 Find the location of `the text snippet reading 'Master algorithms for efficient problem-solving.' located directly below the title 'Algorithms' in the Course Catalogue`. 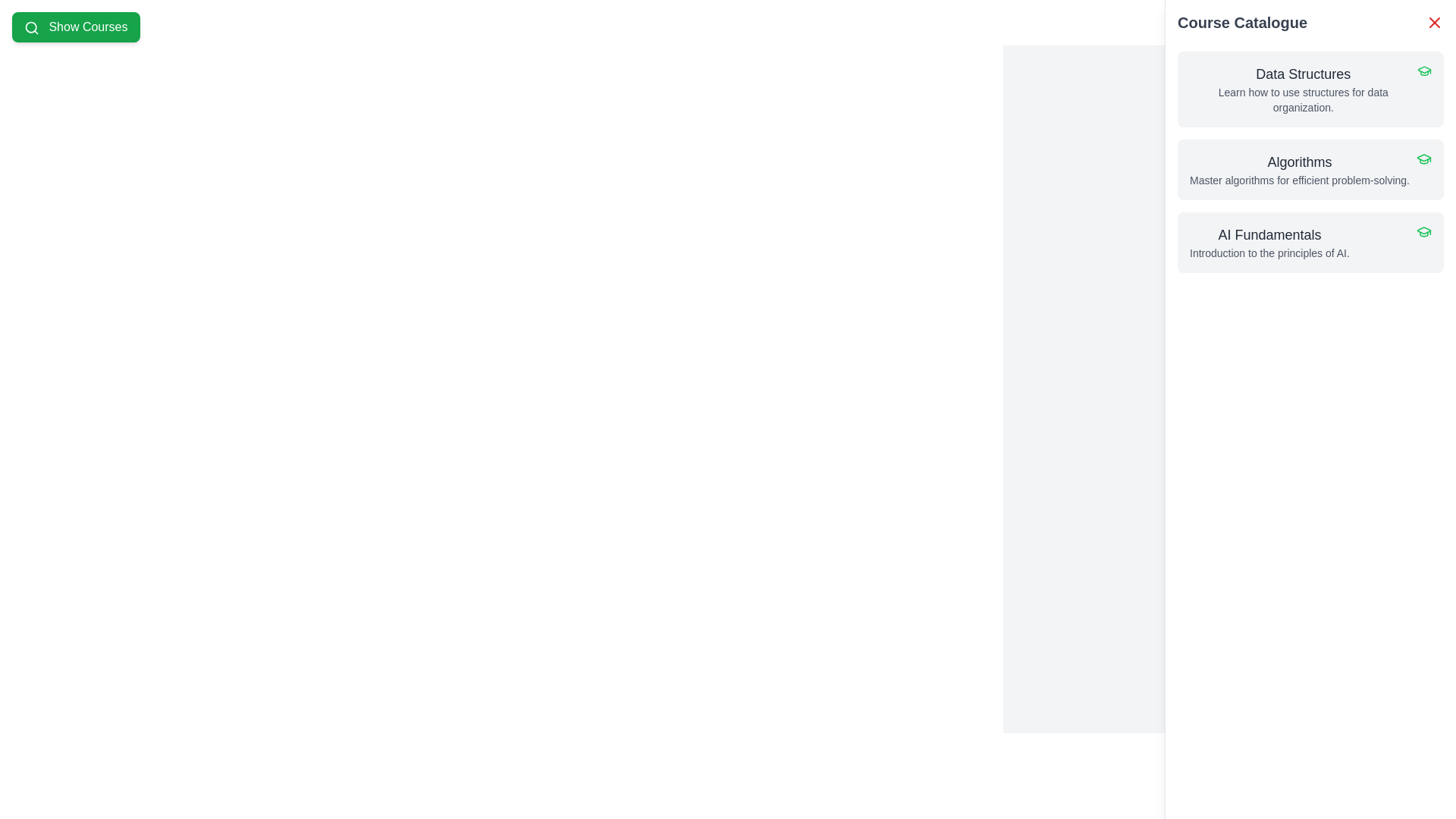

the text snippet reading 'Master algorithms for efficient problem-solving.' located directly below the title 'Algorithms' in the Course Catalogue is located at coordinates (1298, 180).